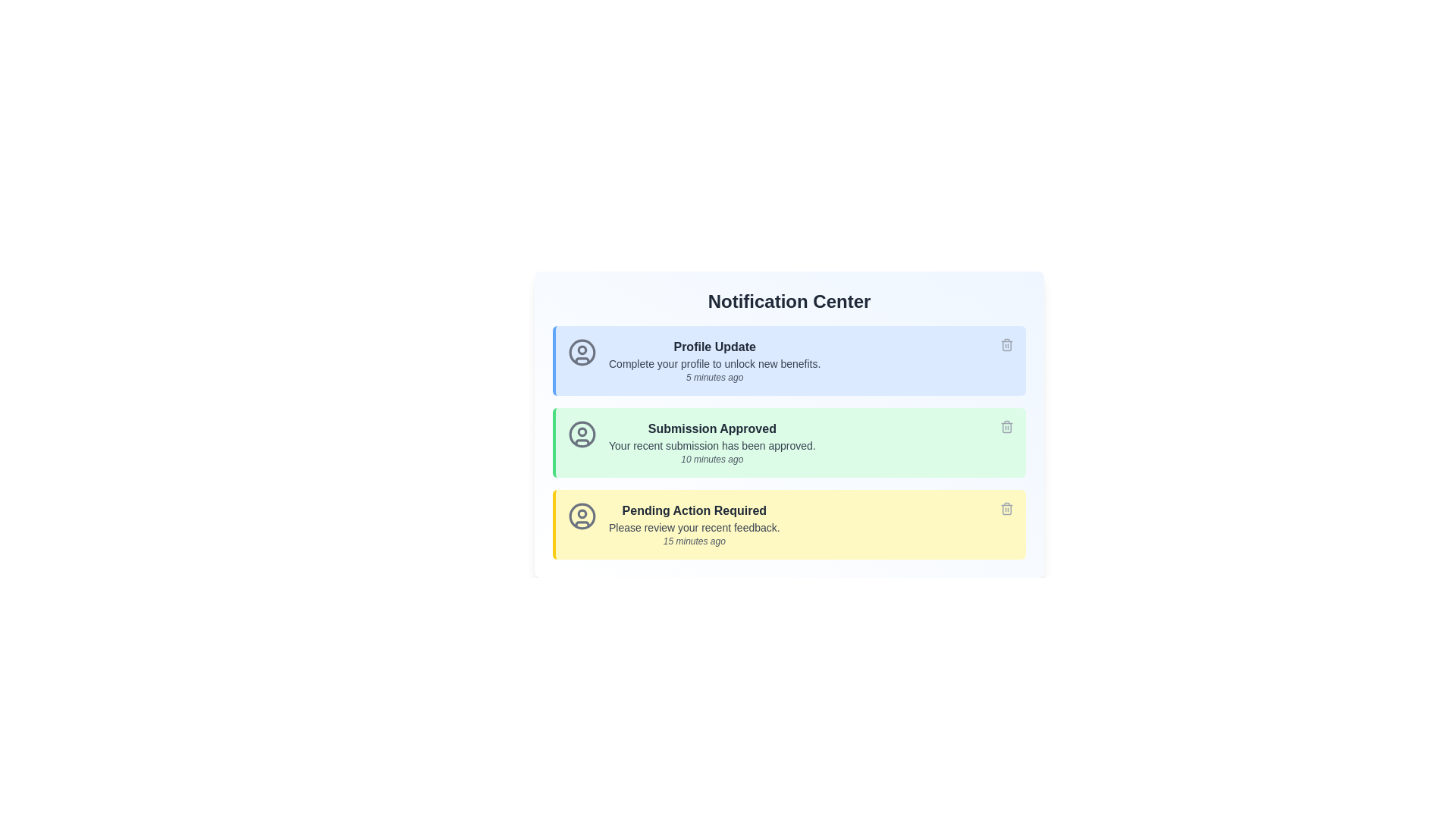 This screenshot has width=1456, height=819. I want to click on the first notification card in the Notification Center, which has a light blue background, a title 'Profile Update', a message 'Complete your profile to unlock new benefits.', and a timestamp '5 minutes ago', so click(789, 360).